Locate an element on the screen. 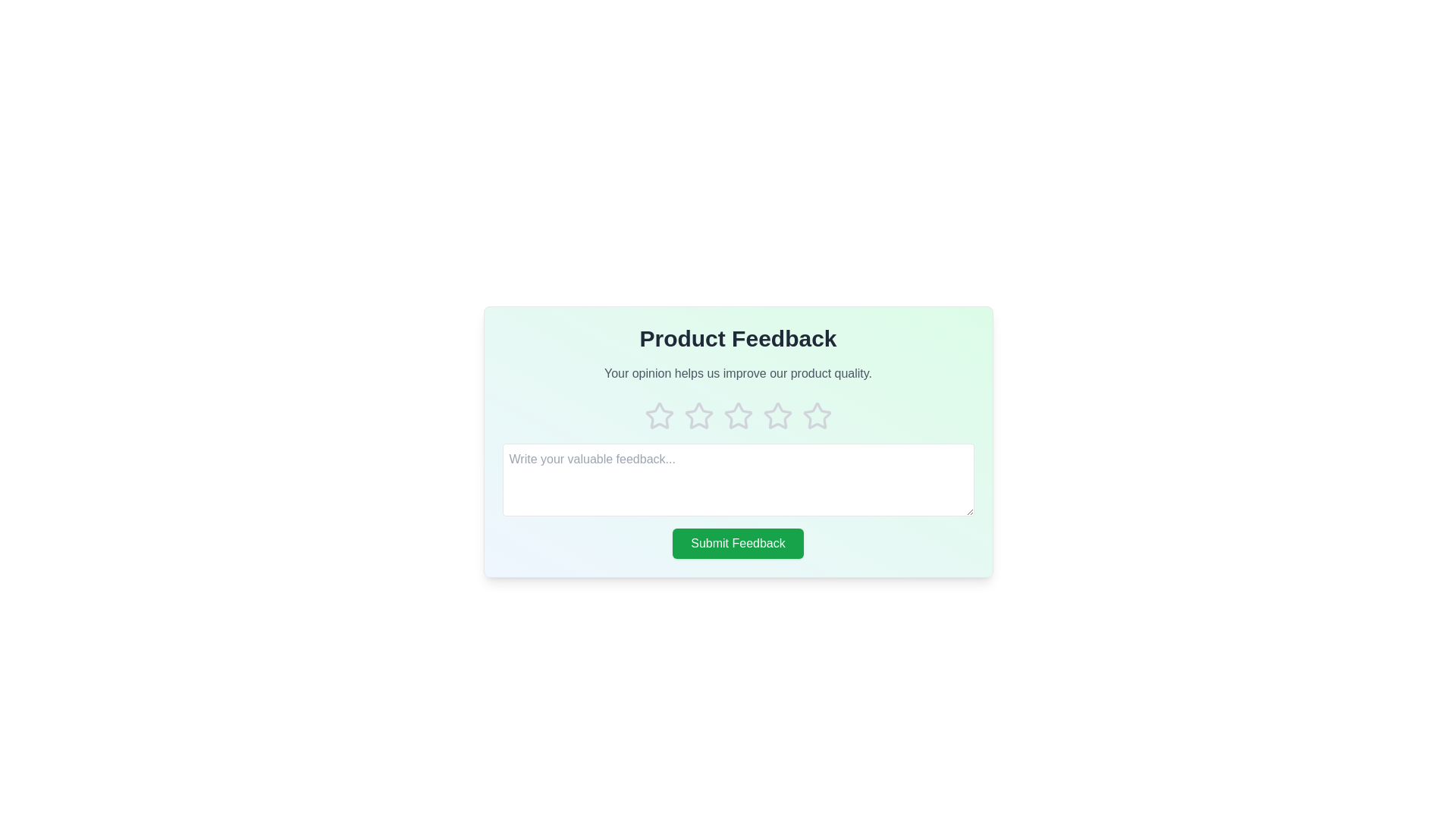 This screenshot has width=1456, height=819. the fifth rating star icon to animate it, which signifies the maximum rating given by the user is located at coordinates (816, 416).